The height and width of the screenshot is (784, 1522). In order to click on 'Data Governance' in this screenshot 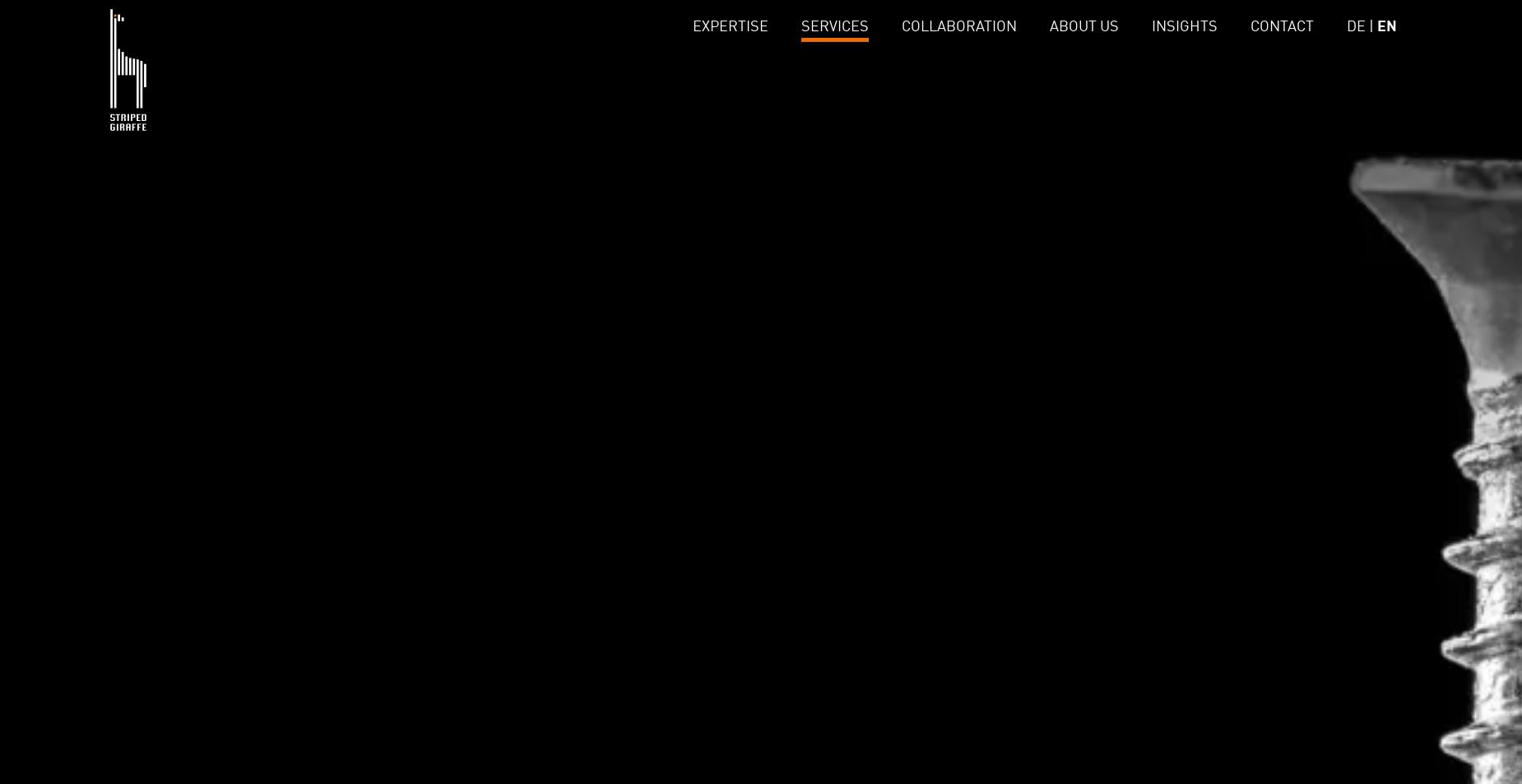, I will do `click(499, 126)`.